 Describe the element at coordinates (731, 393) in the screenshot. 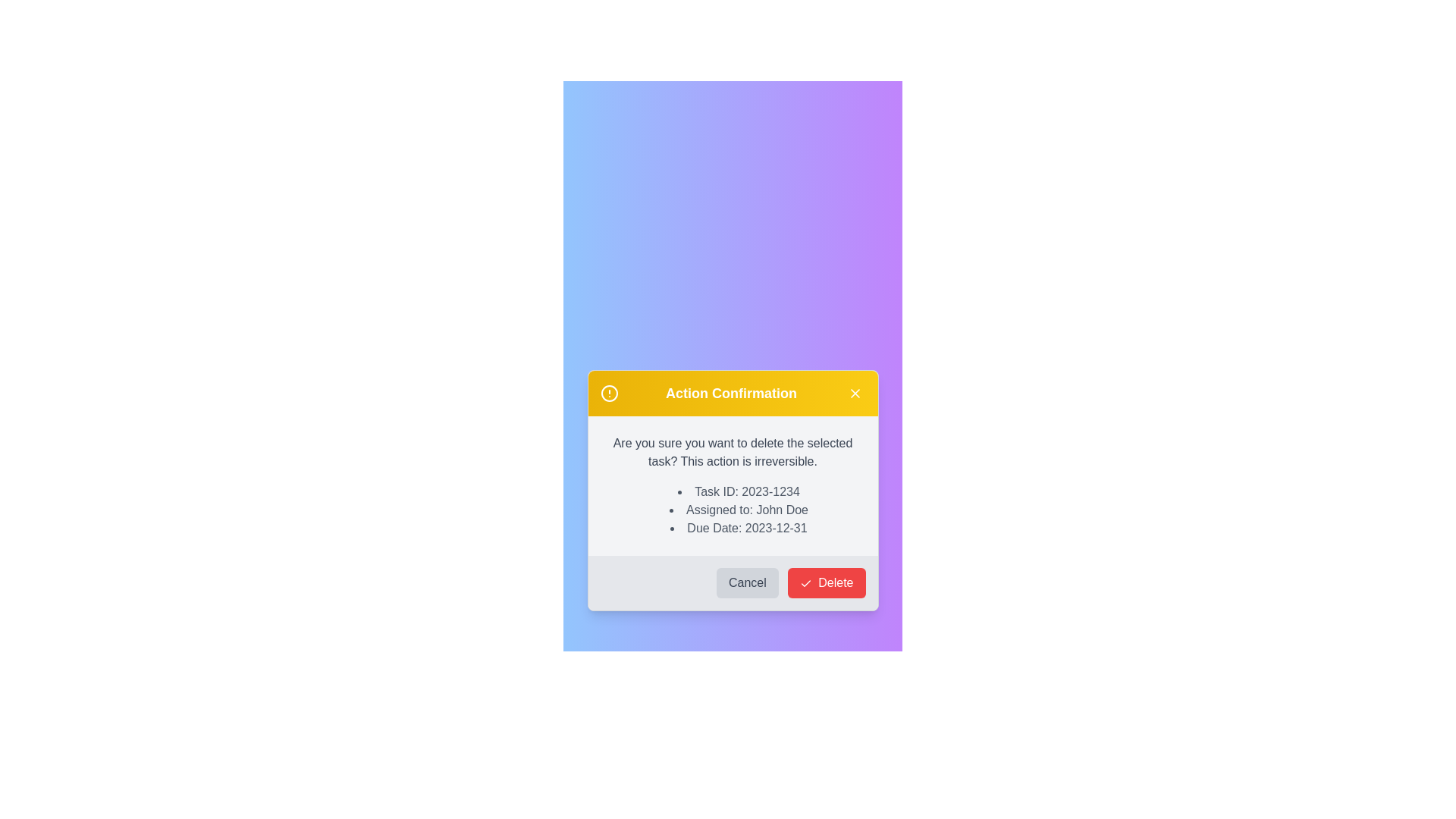

I see `the 'Action Confirmation' title text in the center of the yellow header bar, located between the warning icon and the close button` at that location.